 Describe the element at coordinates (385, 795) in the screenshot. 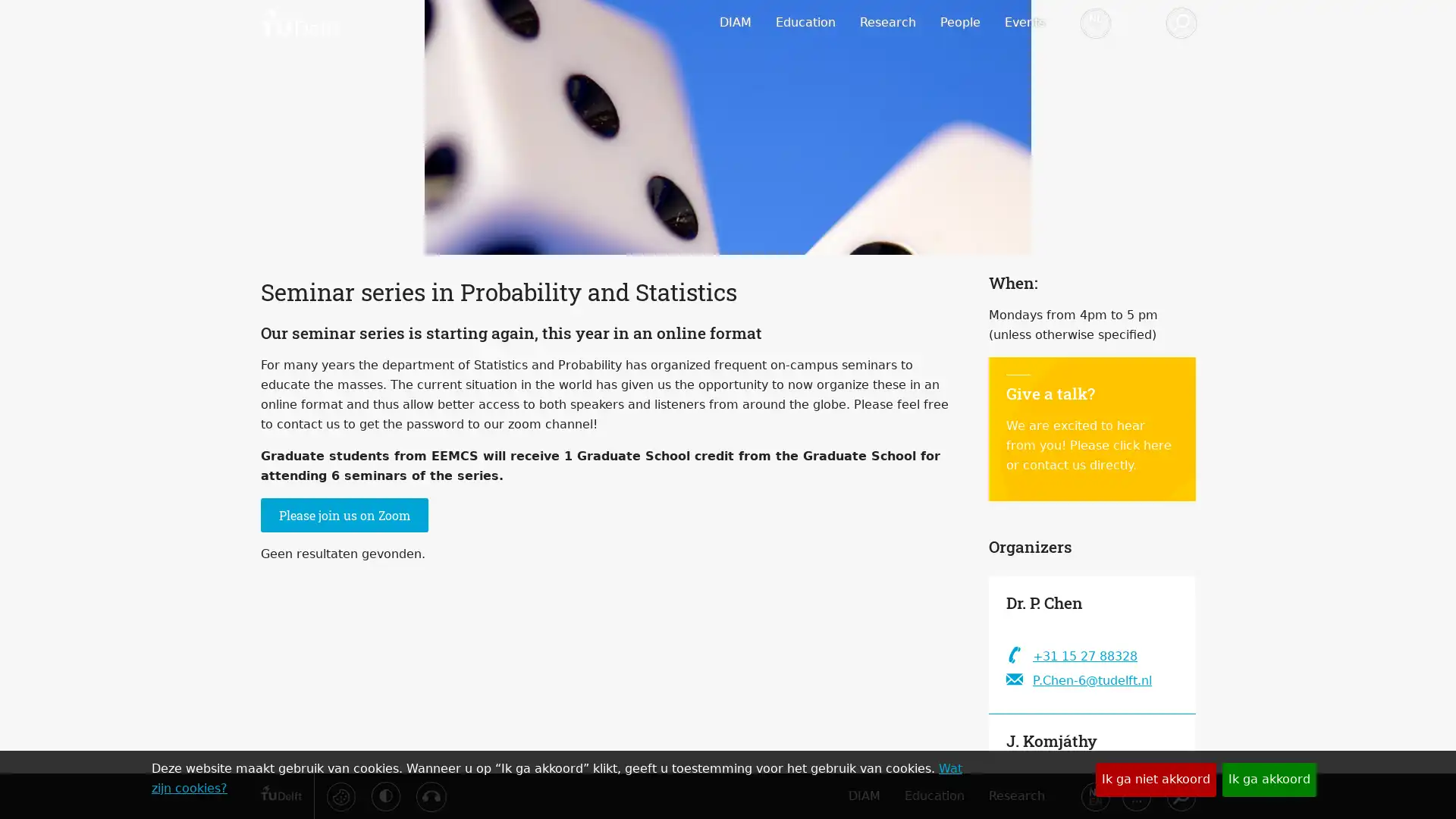

I see `Activeer hoog contrast` at that location.